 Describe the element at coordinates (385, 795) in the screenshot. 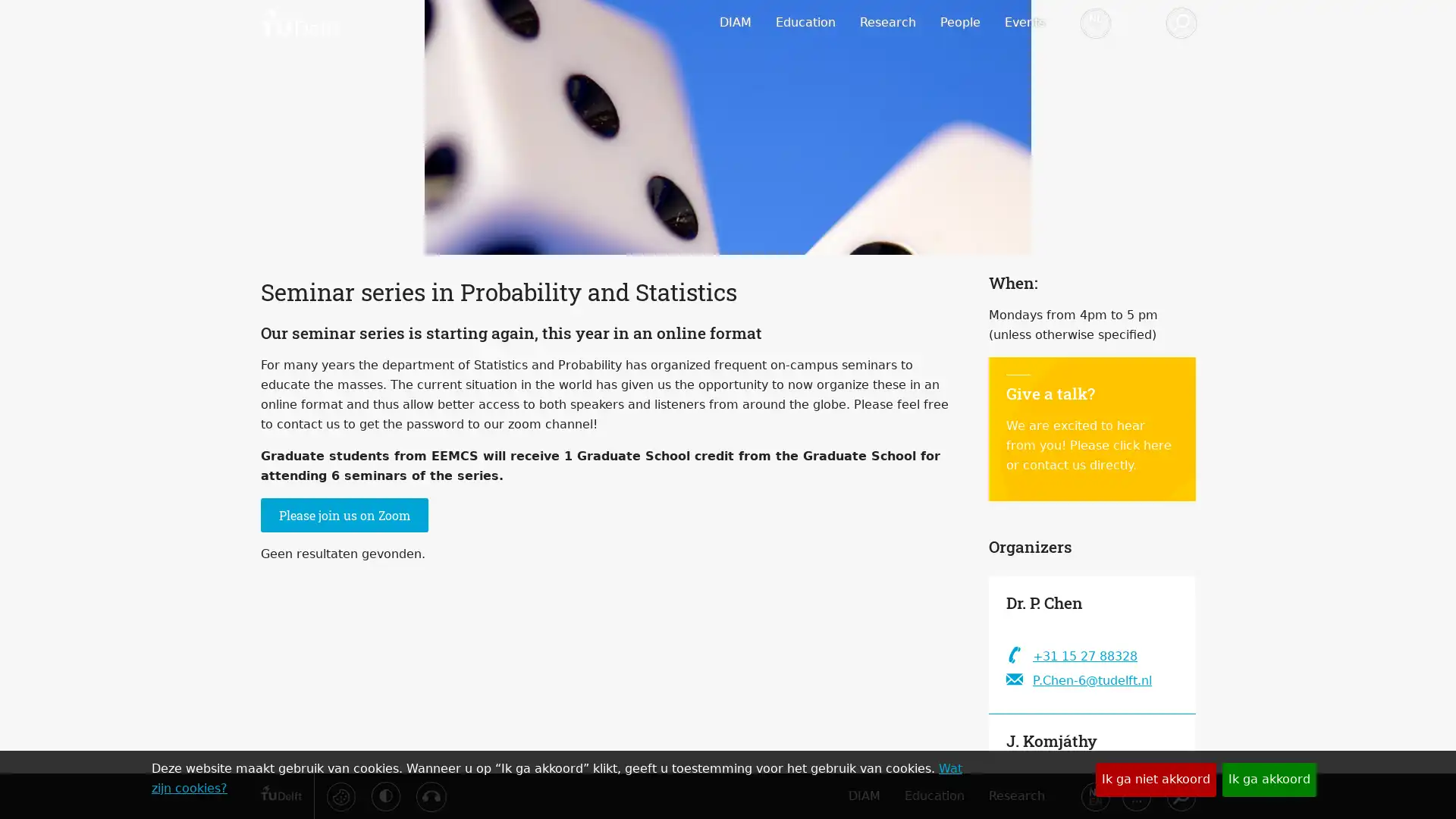

I see `Activeer hoog contrast` at that location.